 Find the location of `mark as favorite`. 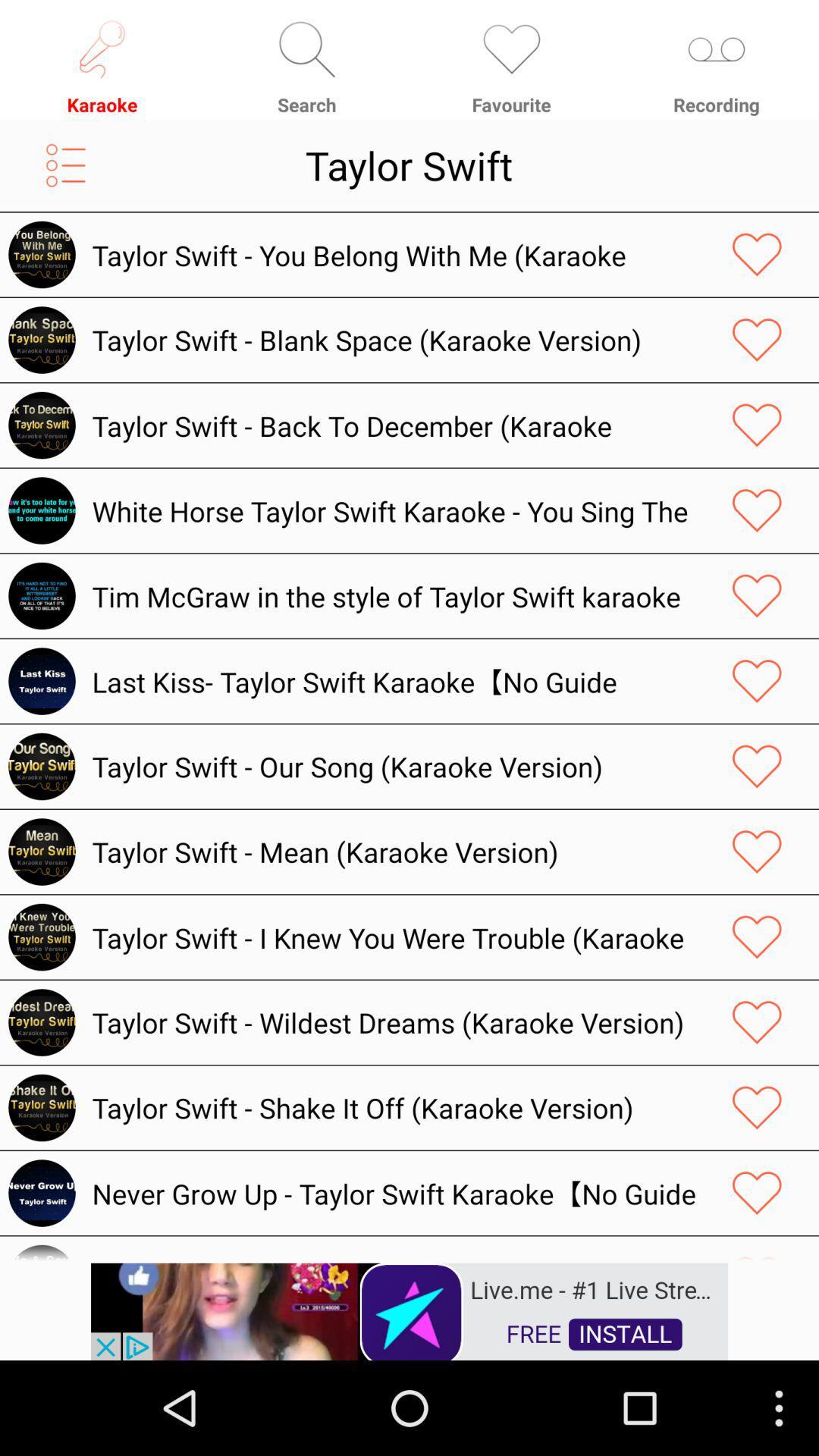

mark as favorite is located at coordinates (757, 1022).